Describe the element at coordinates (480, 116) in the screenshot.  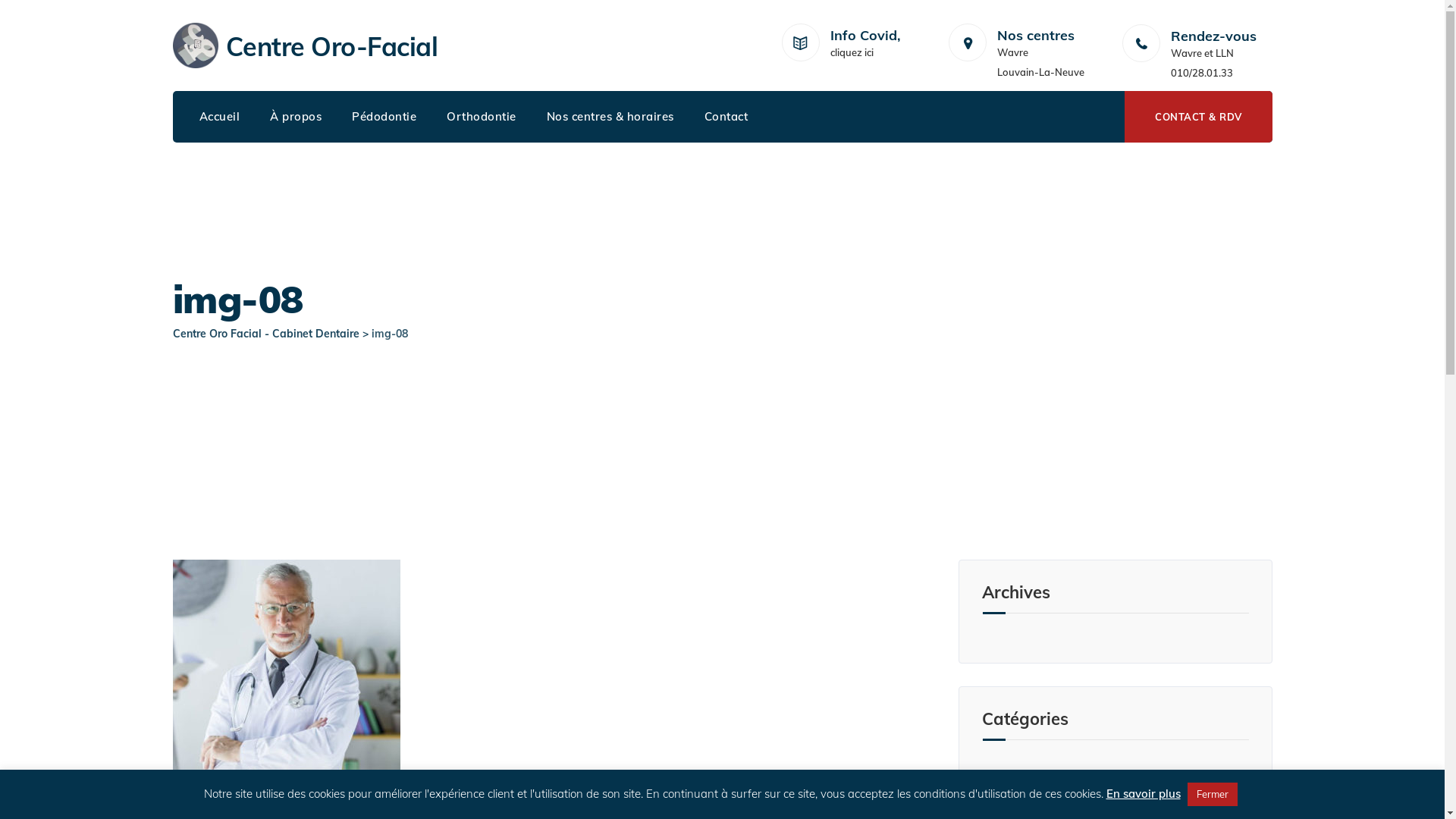
I see `'Orthodontie'` at that location.